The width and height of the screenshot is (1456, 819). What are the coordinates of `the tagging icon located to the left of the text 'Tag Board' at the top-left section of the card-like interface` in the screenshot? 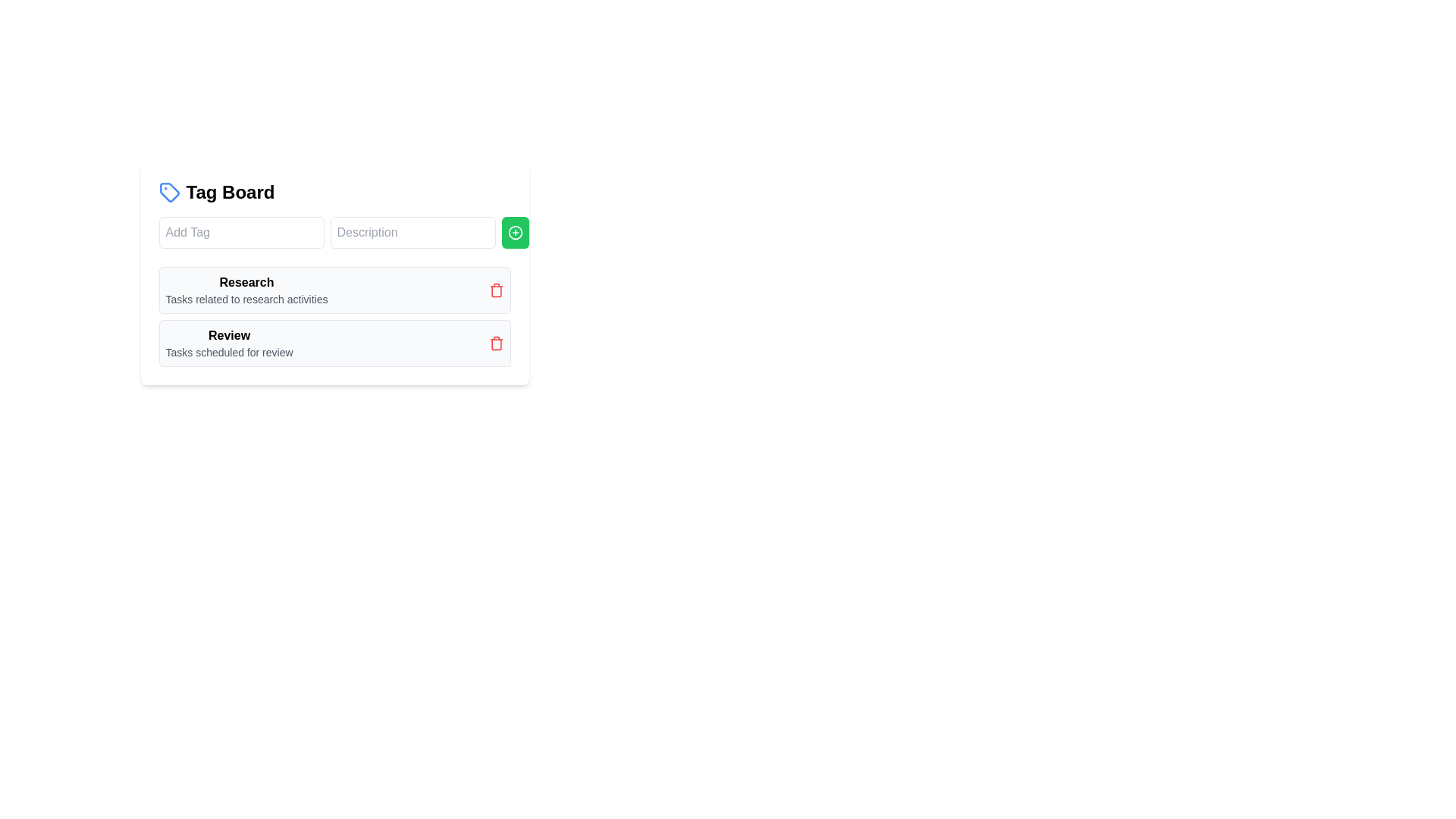 It's located at (169, 192).